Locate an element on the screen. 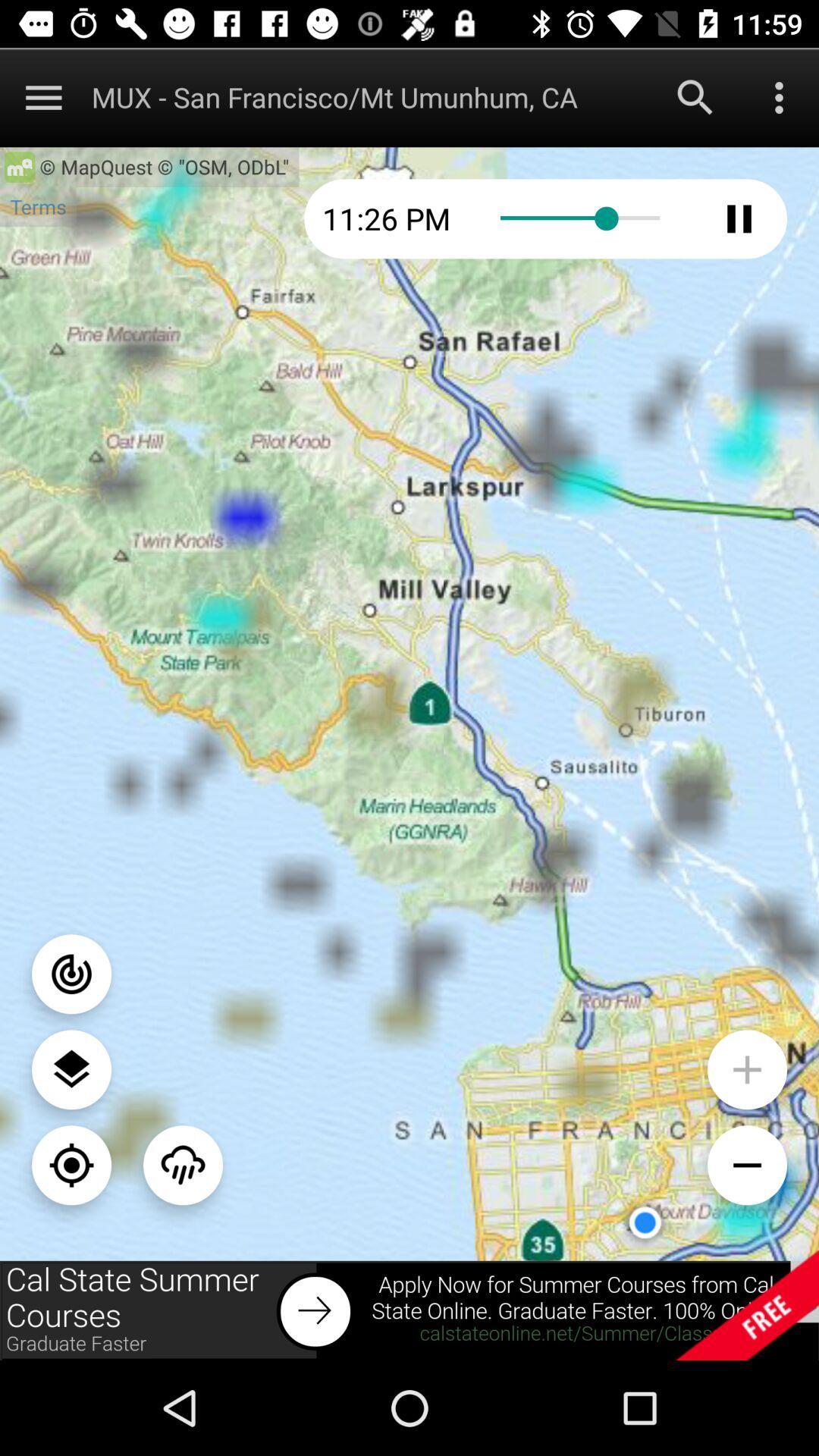  show options is located at coordinates (779, 96).